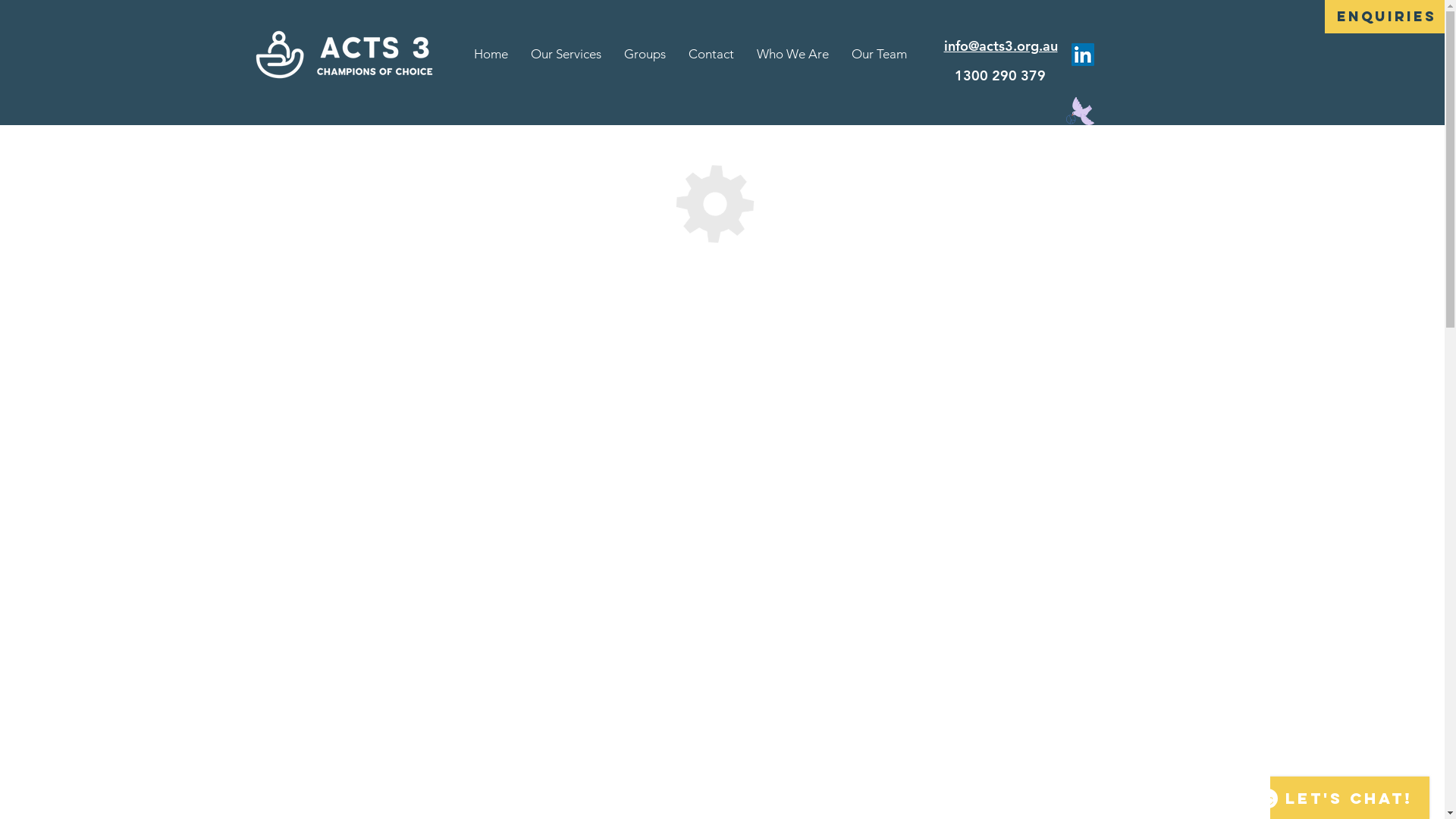 The height and width of the screenshot is (819, 1456). What do you see at coordinates (612, 53) in the screenshot?
I see `'Groups'` at bounding box center [612, 53].